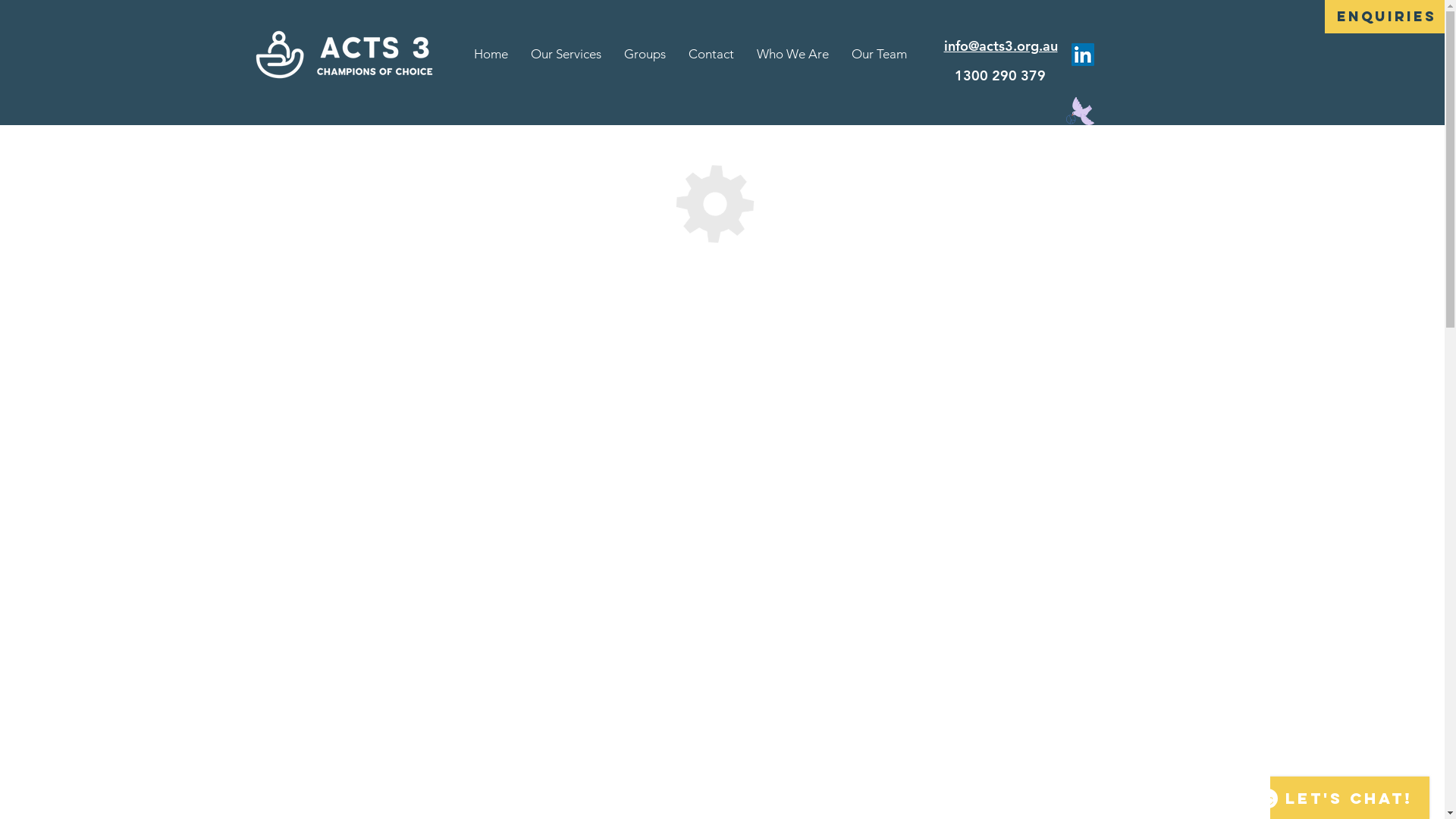 The height and width of the screenshot is (819, 1456). What do you see at coordinates (612, 53) in the screenshot?
I see `'Groups'` at bounding box center [612, 53].